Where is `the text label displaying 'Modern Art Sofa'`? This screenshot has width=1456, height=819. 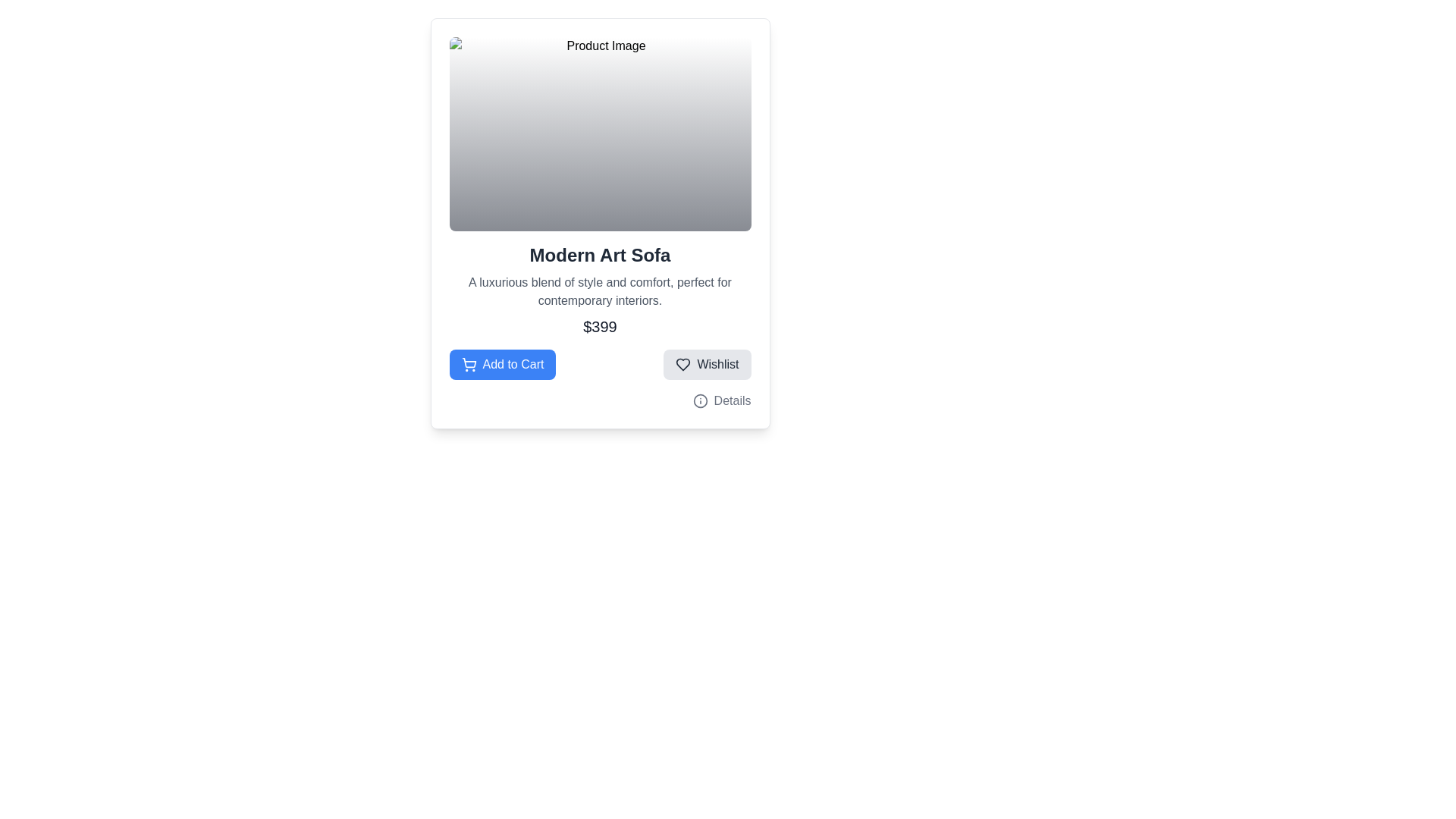
the text label displaying 'Modern Art Sofa' is located at coordinates (599, 254).